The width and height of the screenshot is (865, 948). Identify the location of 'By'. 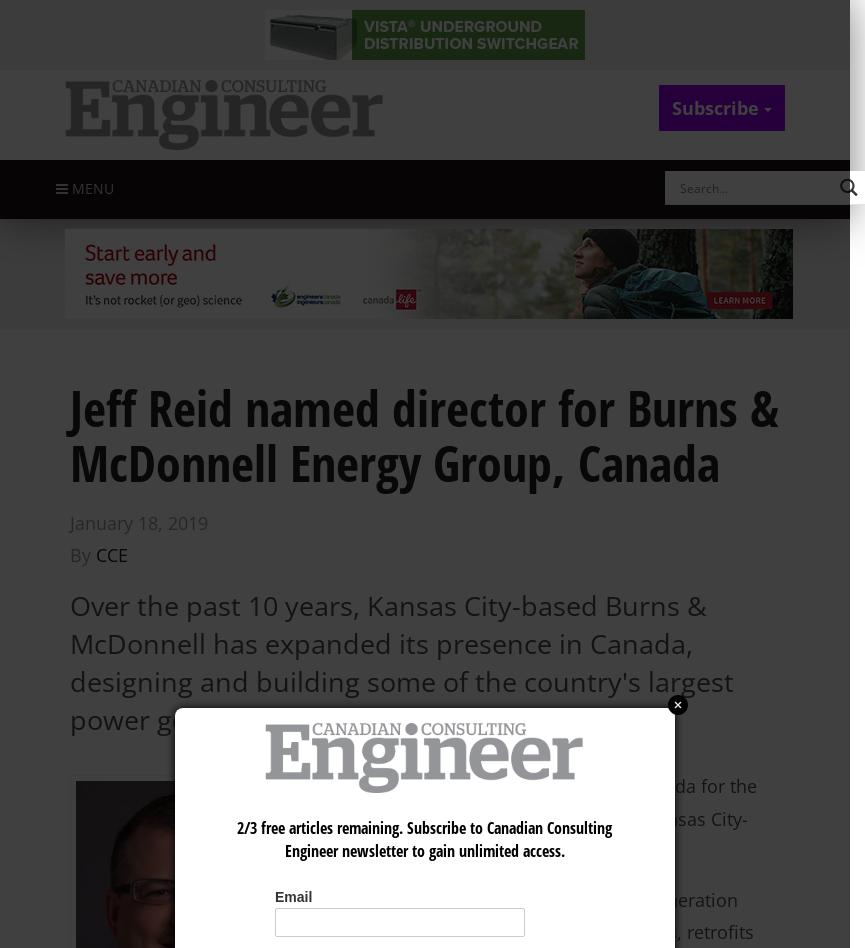
(69, 554).